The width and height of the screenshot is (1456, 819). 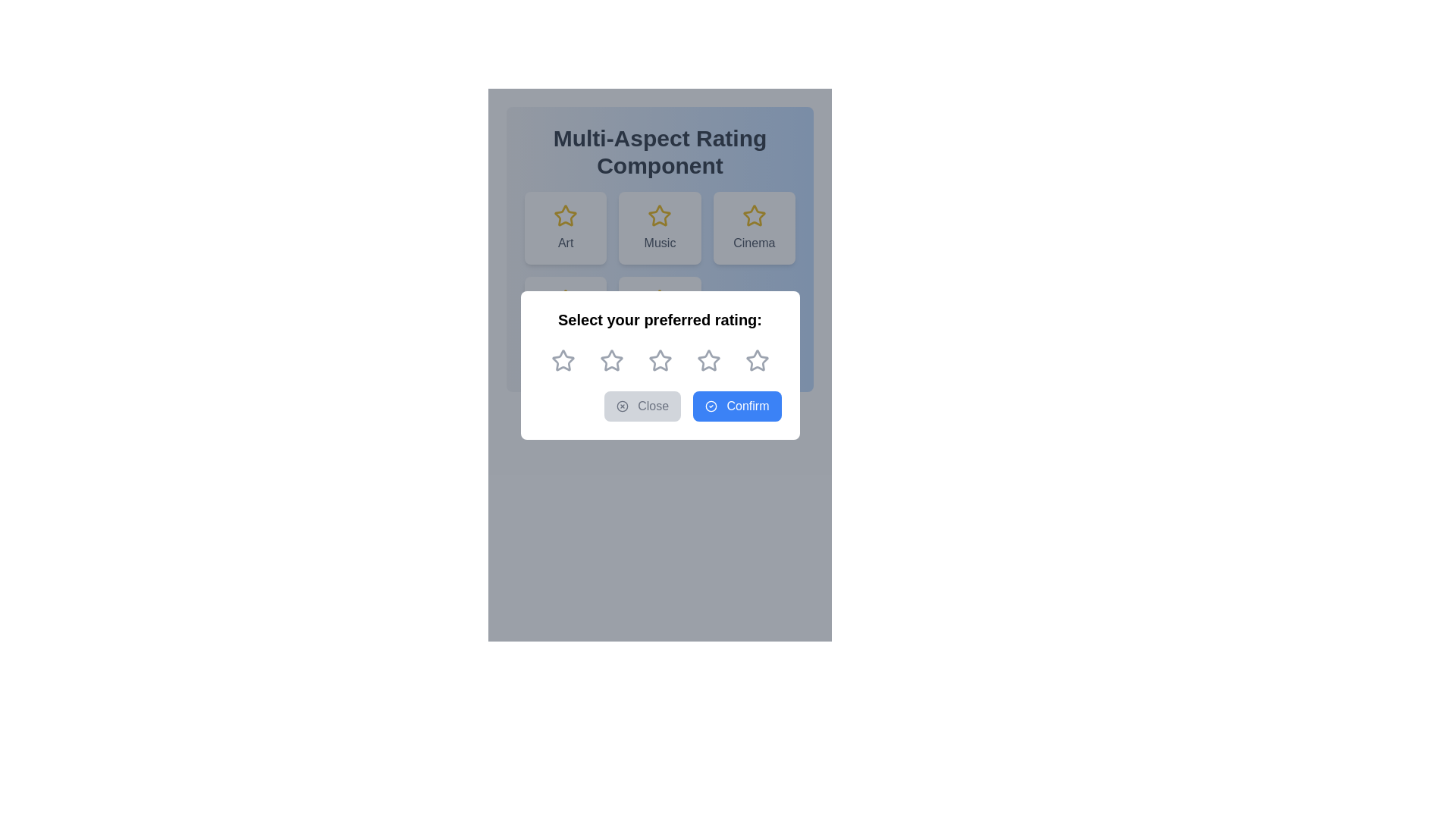 What do you see at coordinates (660, 360) in the screenshot?
I see `the middle interactive star icon (third out of five) in the horizontal row of star rating indicators located under the title 'Select your preferred rating.'` at bounding box center [660, 360].